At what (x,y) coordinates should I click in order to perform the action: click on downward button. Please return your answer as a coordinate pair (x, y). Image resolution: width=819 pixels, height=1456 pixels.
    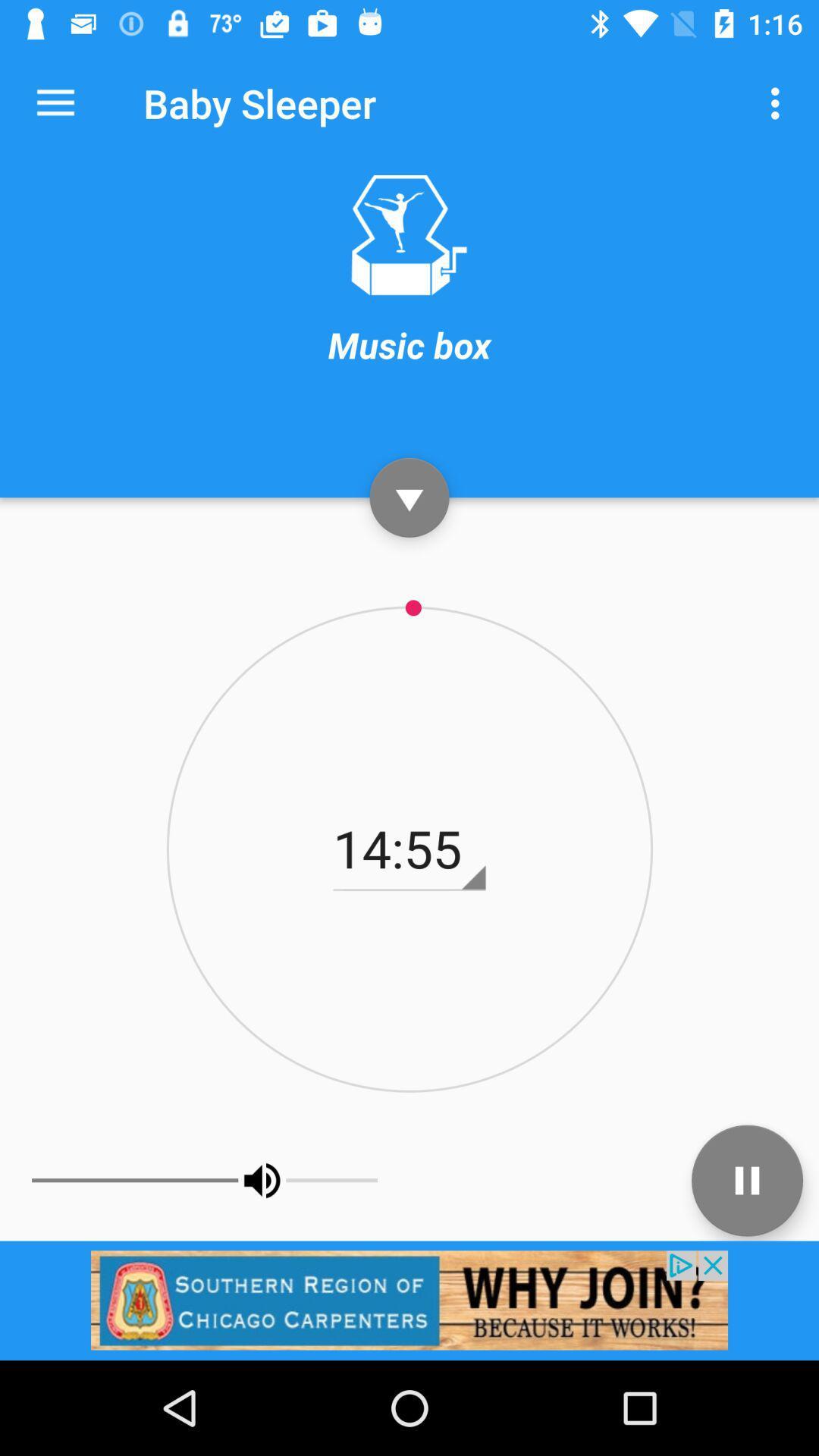
    Looking at the image, I should click on (409, 497).